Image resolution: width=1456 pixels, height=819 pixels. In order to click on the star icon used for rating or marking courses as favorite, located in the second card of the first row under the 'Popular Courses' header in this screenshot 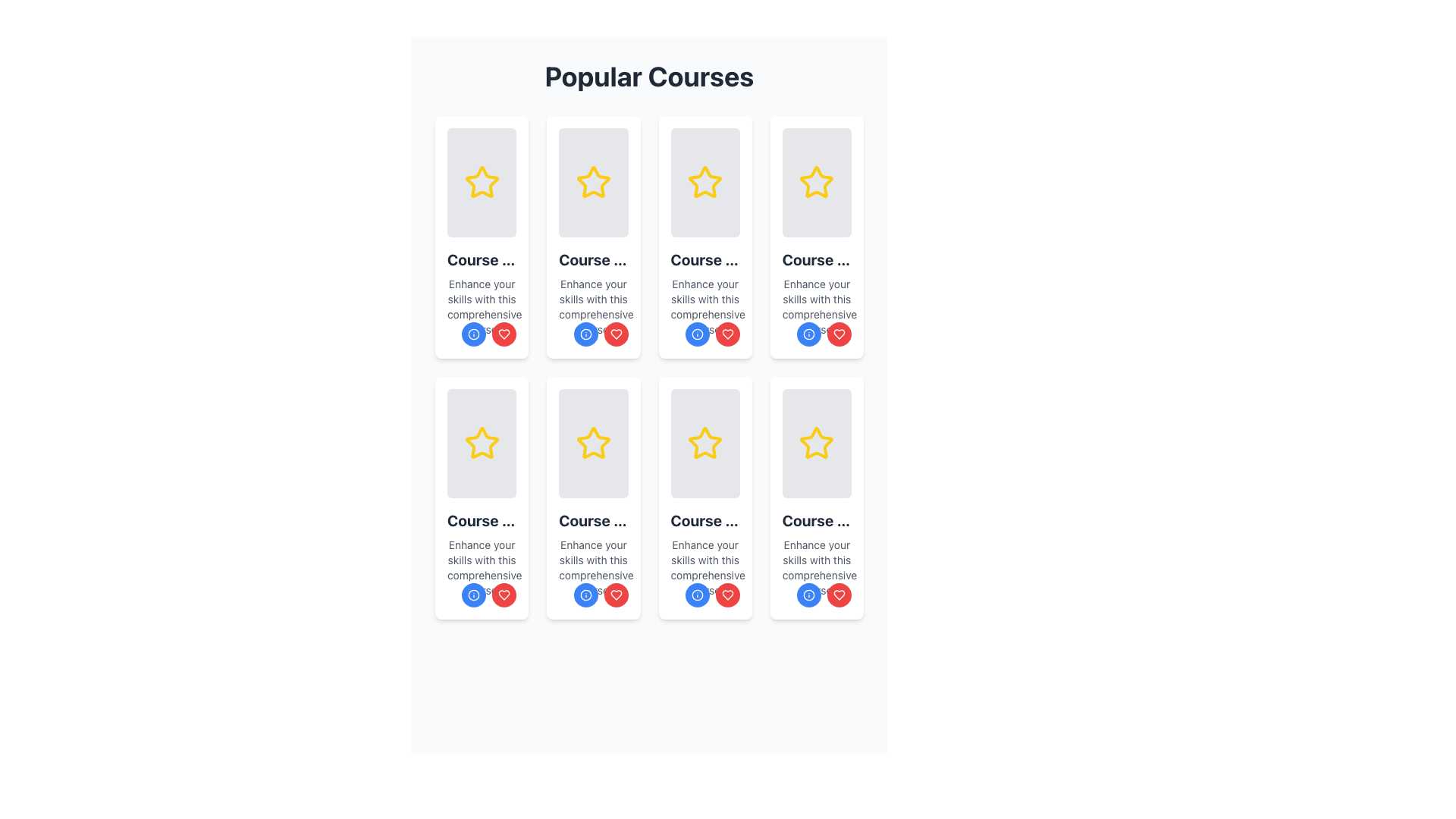, I will do `click(592, 181)`.